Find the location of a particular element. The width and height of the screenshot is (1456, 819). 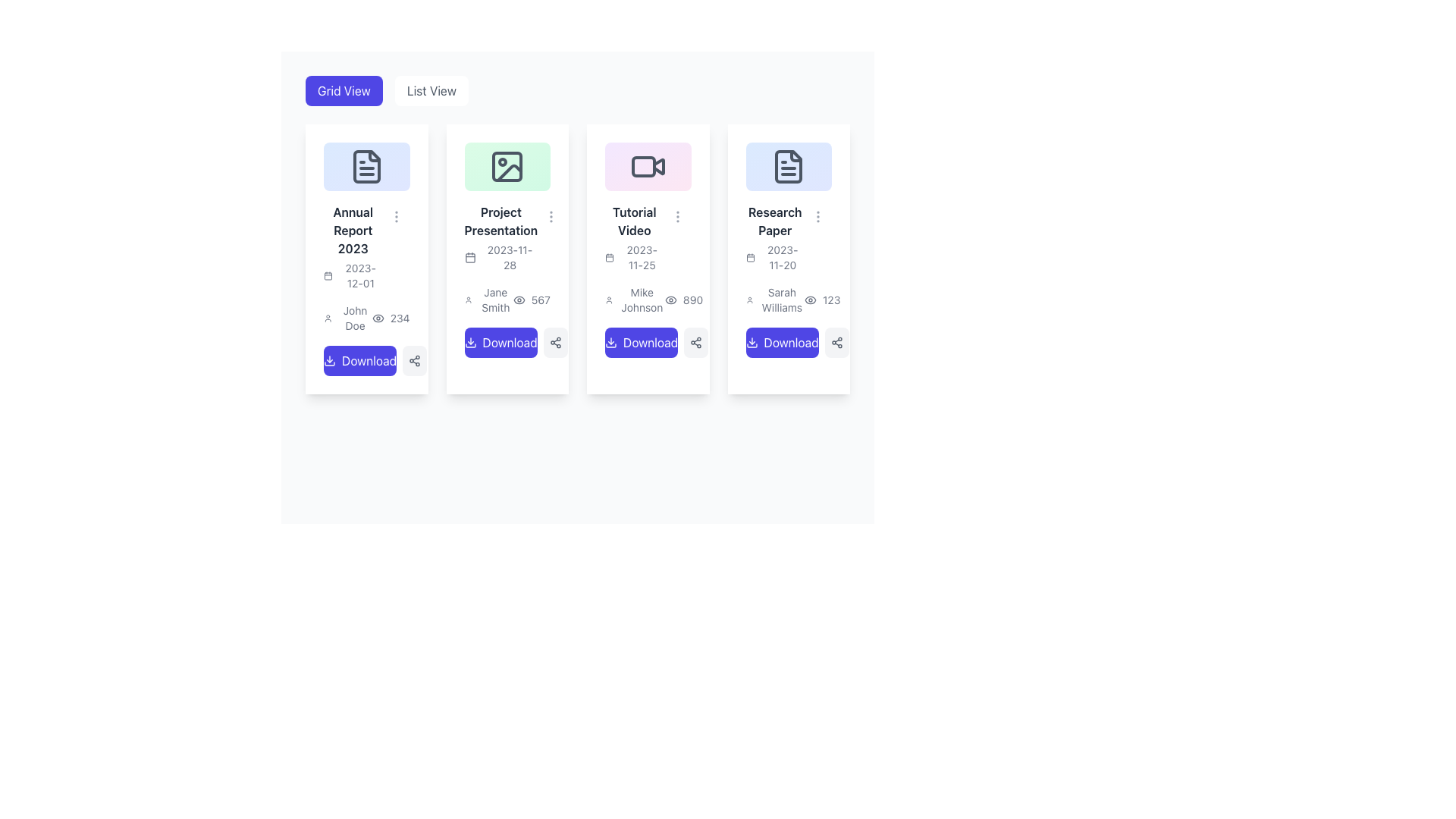

the Metadata display element that shows the author 'John Doe' and the number of views '234', which is located in the card for 'Annual Report 2023', positioned above the 'Download' button and below the date '2023-12-01' is located at coordinates (366, 317).